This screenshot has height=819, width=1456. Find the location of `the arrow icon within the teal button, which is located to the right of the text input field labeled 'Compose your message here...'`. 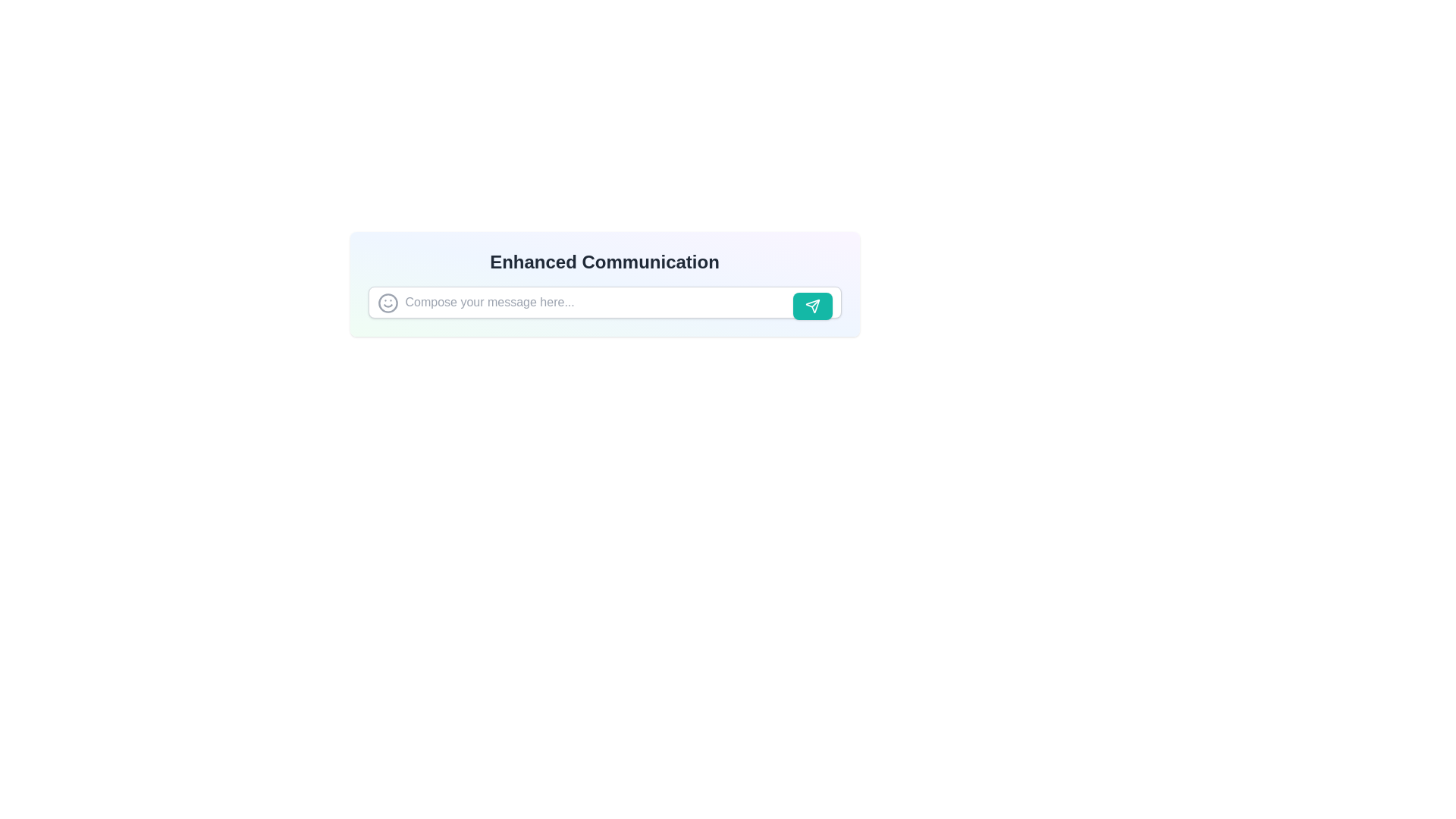

the arrow icon within the teal button, which is located to the right of the text input field labeled 'Compose your message here...' is located at coordinates (811, 306).